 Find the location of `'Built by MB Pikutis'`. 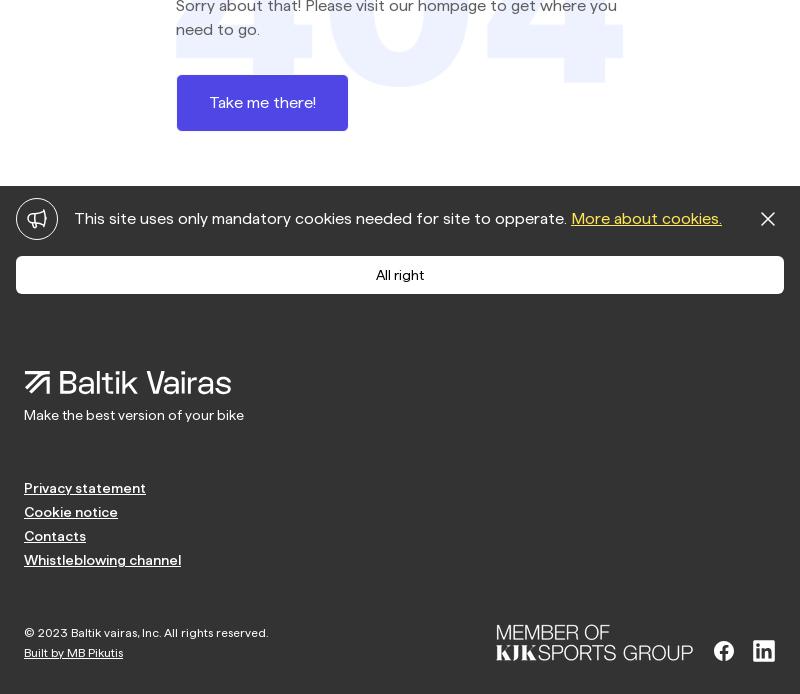

'Built by MB Pikutis' is located at coordinates (73, 651).